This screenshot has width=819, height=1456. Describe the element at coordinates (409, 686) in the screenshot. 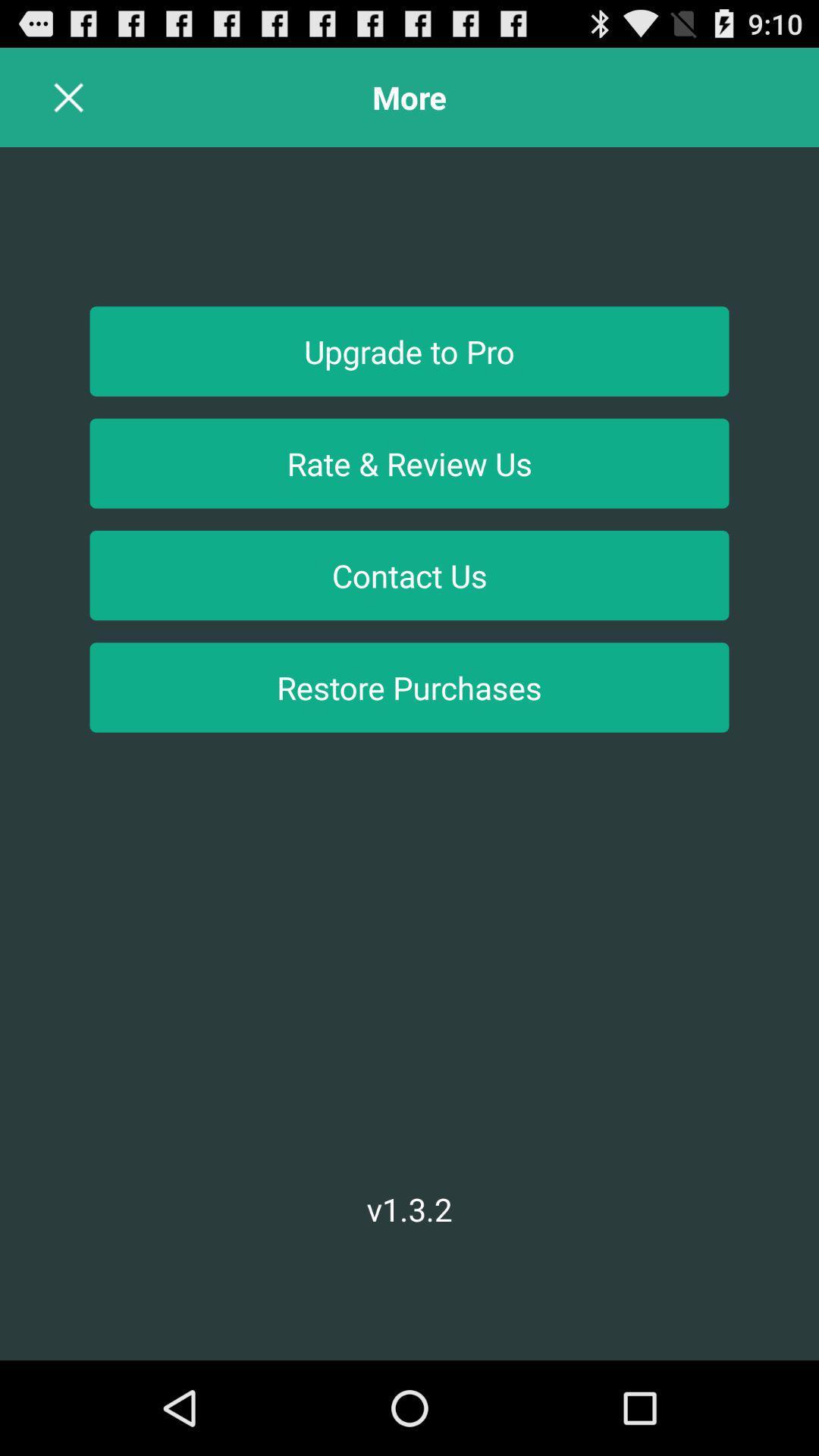

I see `restore purchases icon` at that location.